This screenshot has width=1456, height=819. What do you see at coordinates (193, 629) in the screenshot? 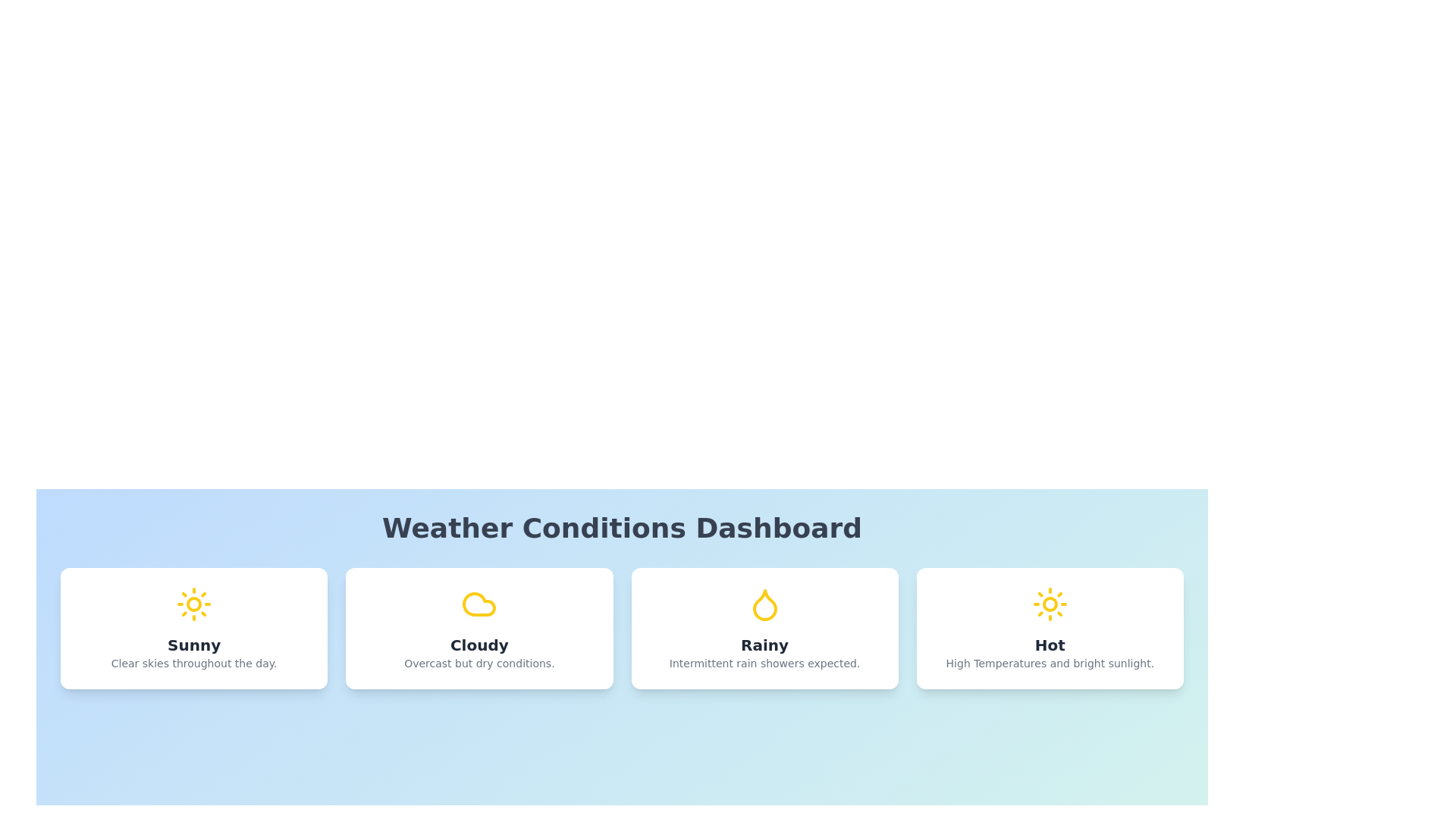
I see `weather conditions displayed on the informational card that indicates sunny weather with clear skies, located at the top left corner of the grid layout` at bounding box center [193, 629].